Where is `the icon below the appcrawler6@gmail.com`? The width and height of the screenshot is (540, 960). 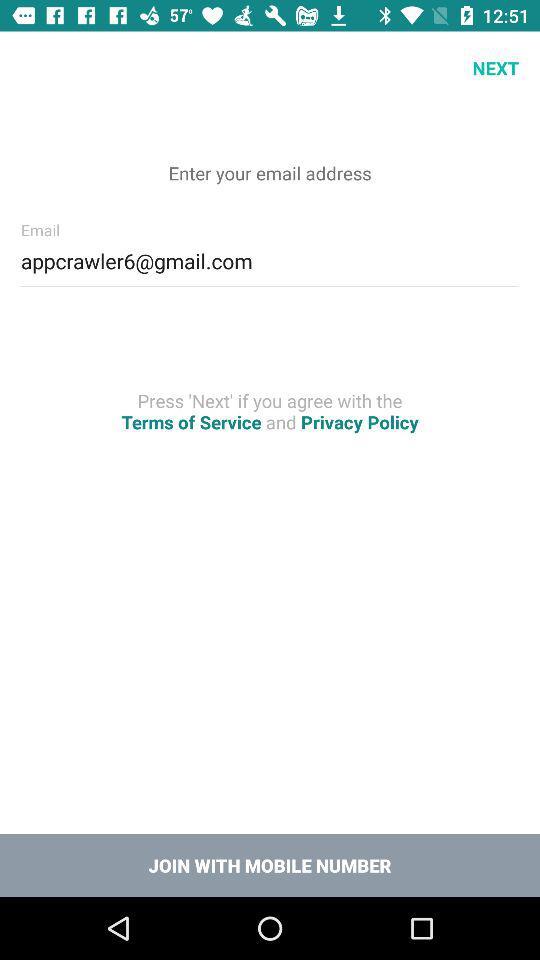
the icon below the appcrawler6@gmail.com is located at coordinates (270, 410).